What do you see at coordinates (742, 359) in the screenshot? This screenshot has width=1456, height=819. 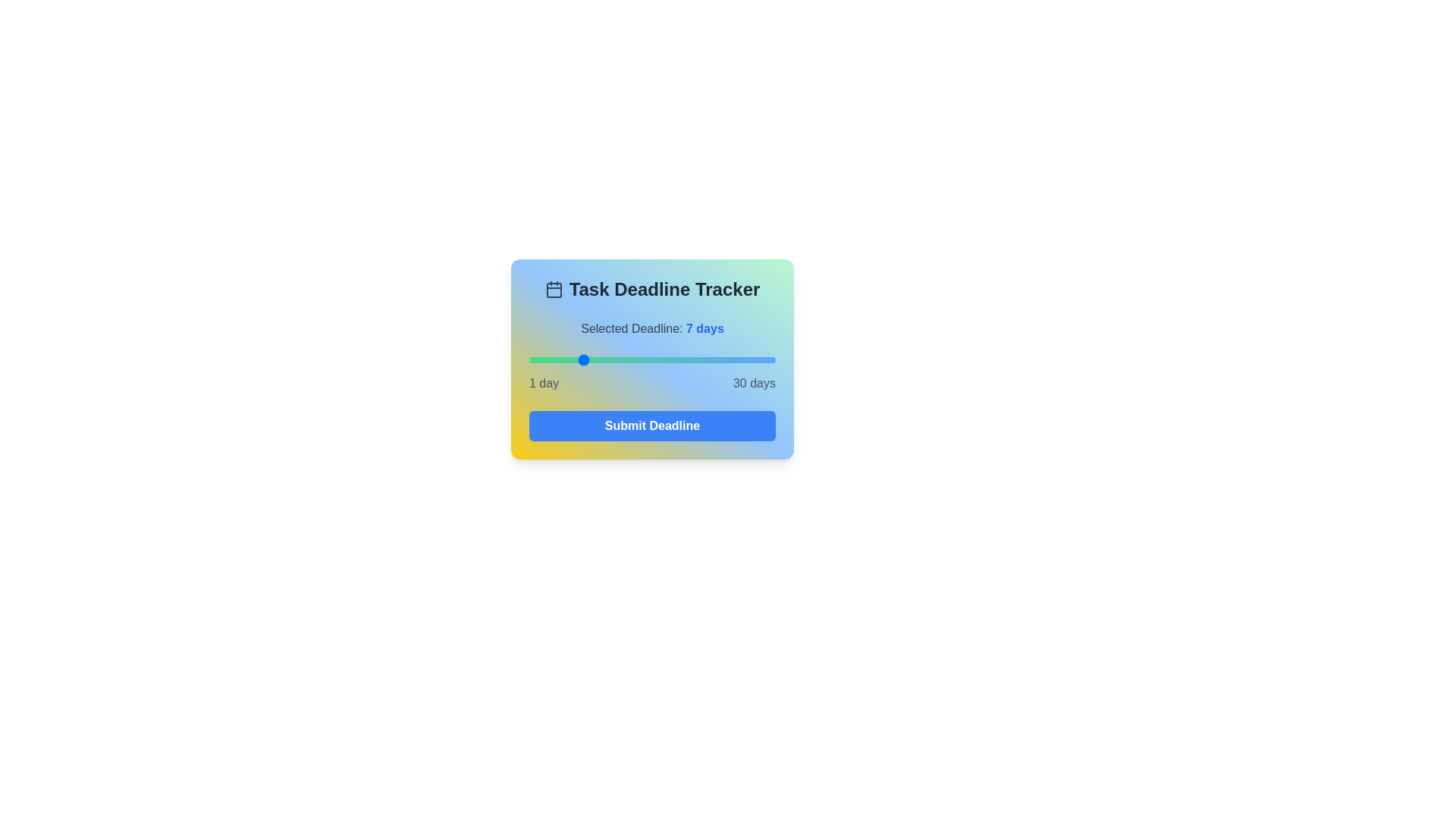 I see `the deadline to 26 days using the slider` at bounding box center [742, 359].